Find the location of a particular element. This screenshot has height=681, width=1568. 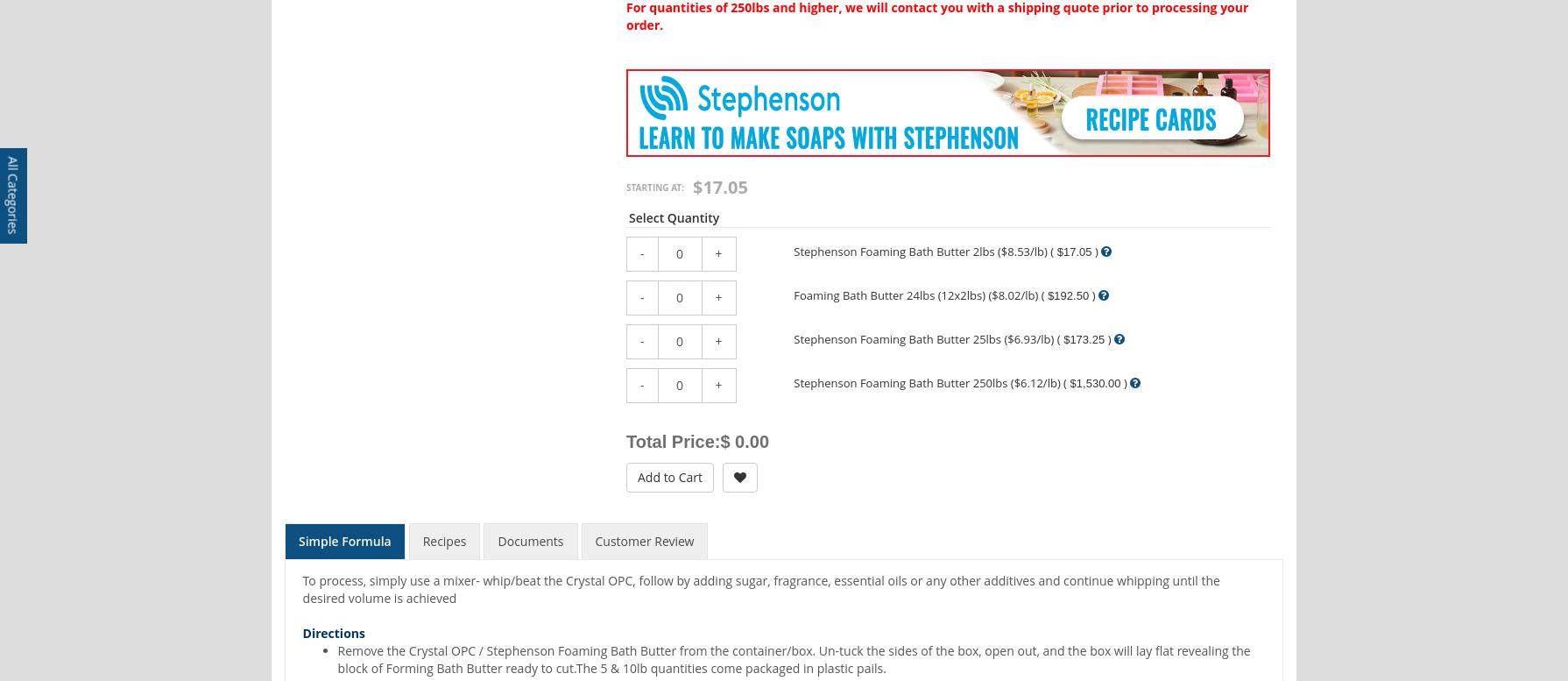

'Remove the Crystal OPC / Stephenson Foaming Bath Butter from the container/box. Un-tuck the sides of the box, open out, and the box will lay flat revealing the block of Forming Bath Butter ready to cut.The 5 & 10lb quantities come packaged in plastic pails.' is located at coordinates (793, 658).